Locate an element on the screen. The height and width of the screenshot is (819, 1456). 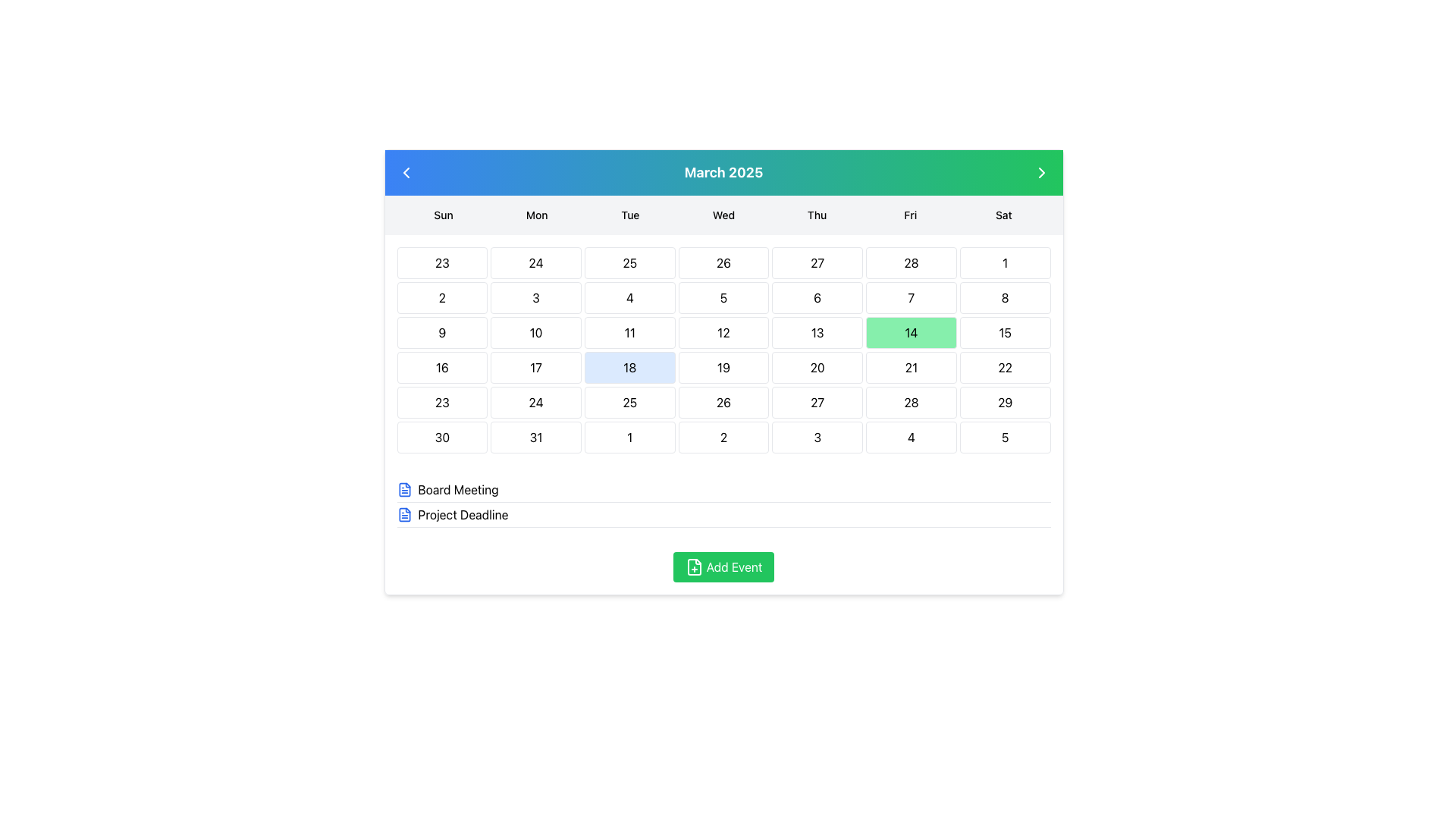
the calendar date cell representing the 2nd day of the month is located at coordinates (441, 298).